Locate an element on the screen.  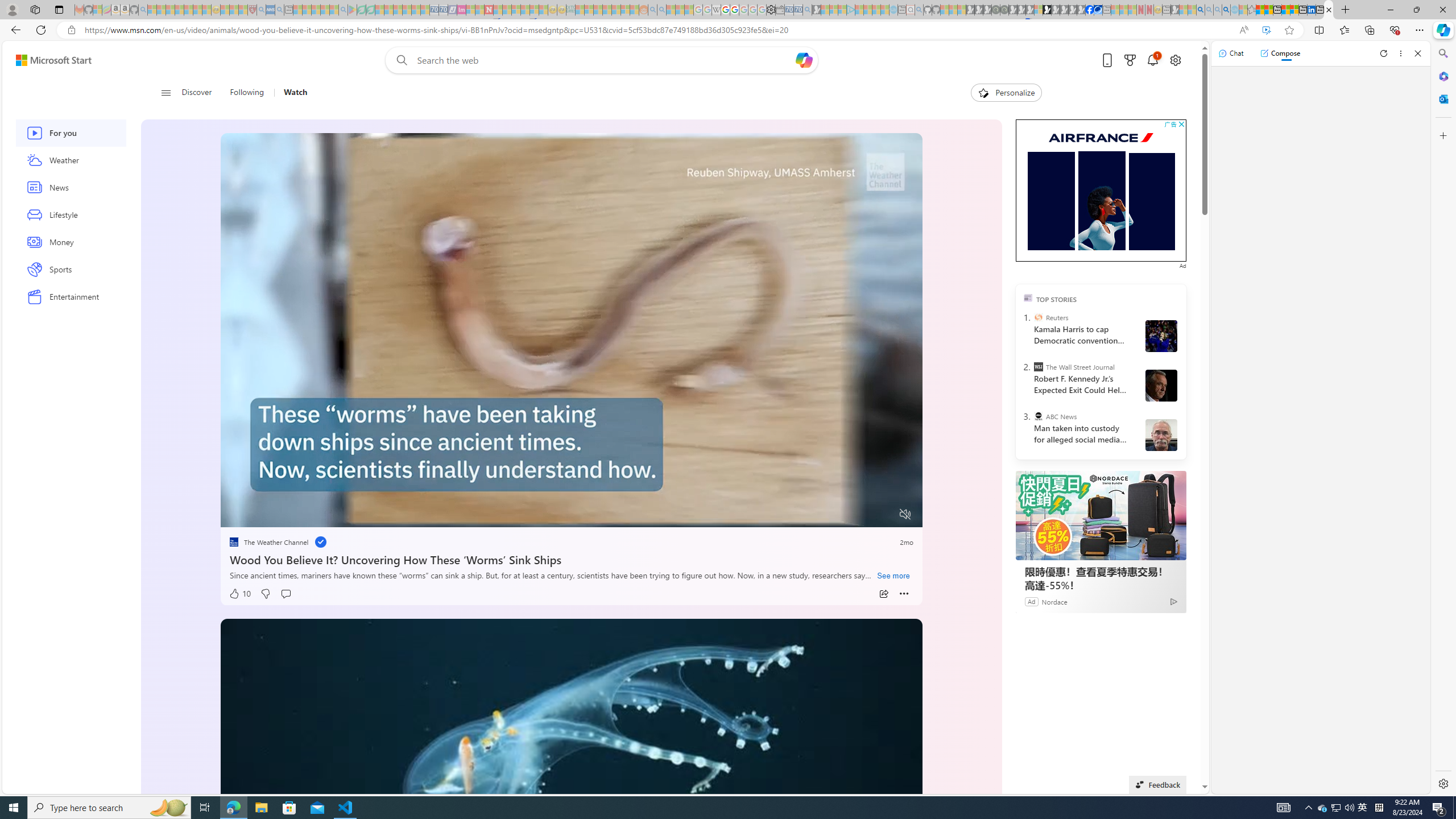
'Latest Politics News & Archive | Newsweek.com - Sleeping' is located at coordinates (487, 9).